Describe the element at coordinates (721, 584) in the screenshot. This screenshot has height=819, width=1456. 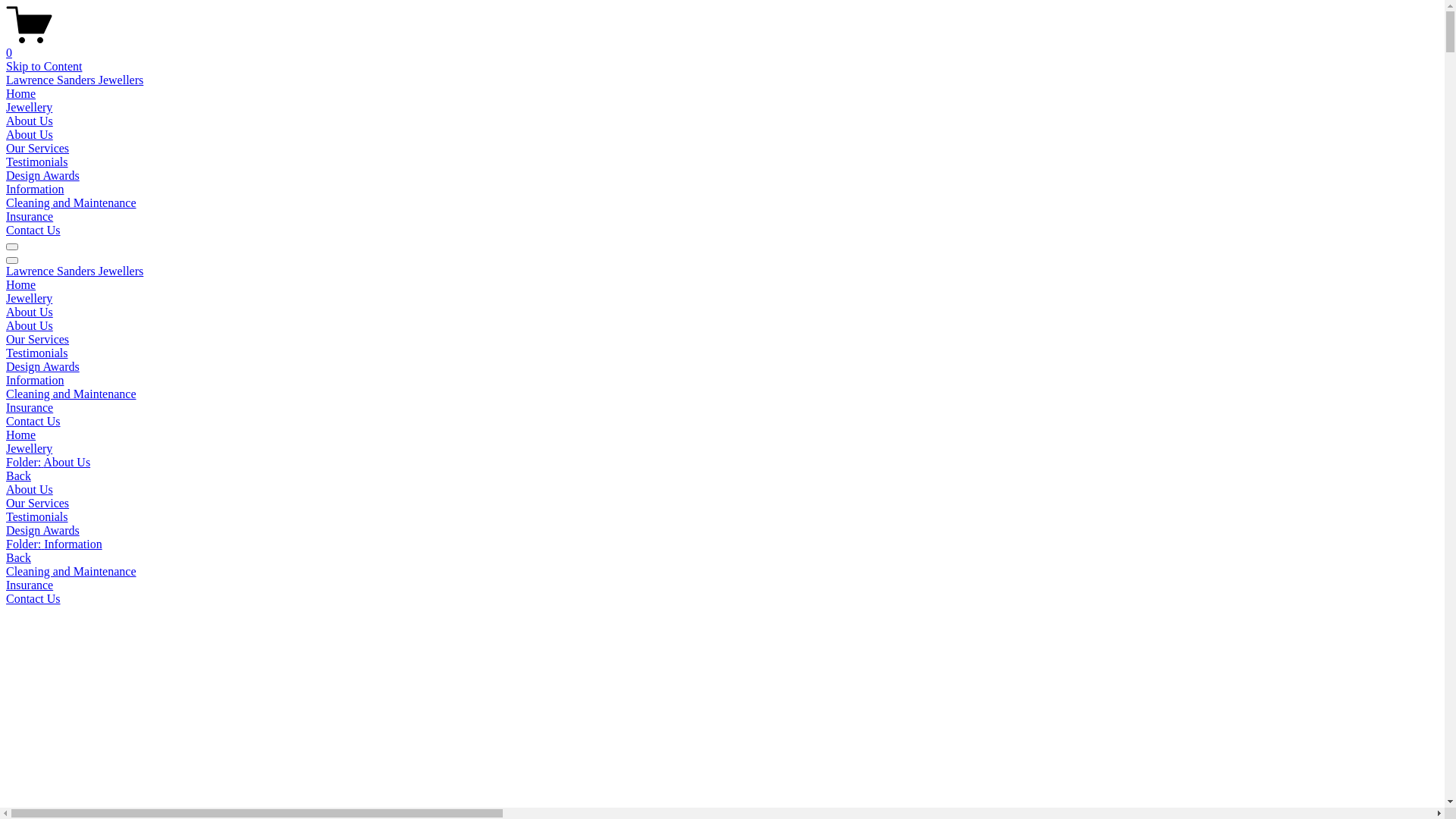
I see `'Insurance'` at that location.